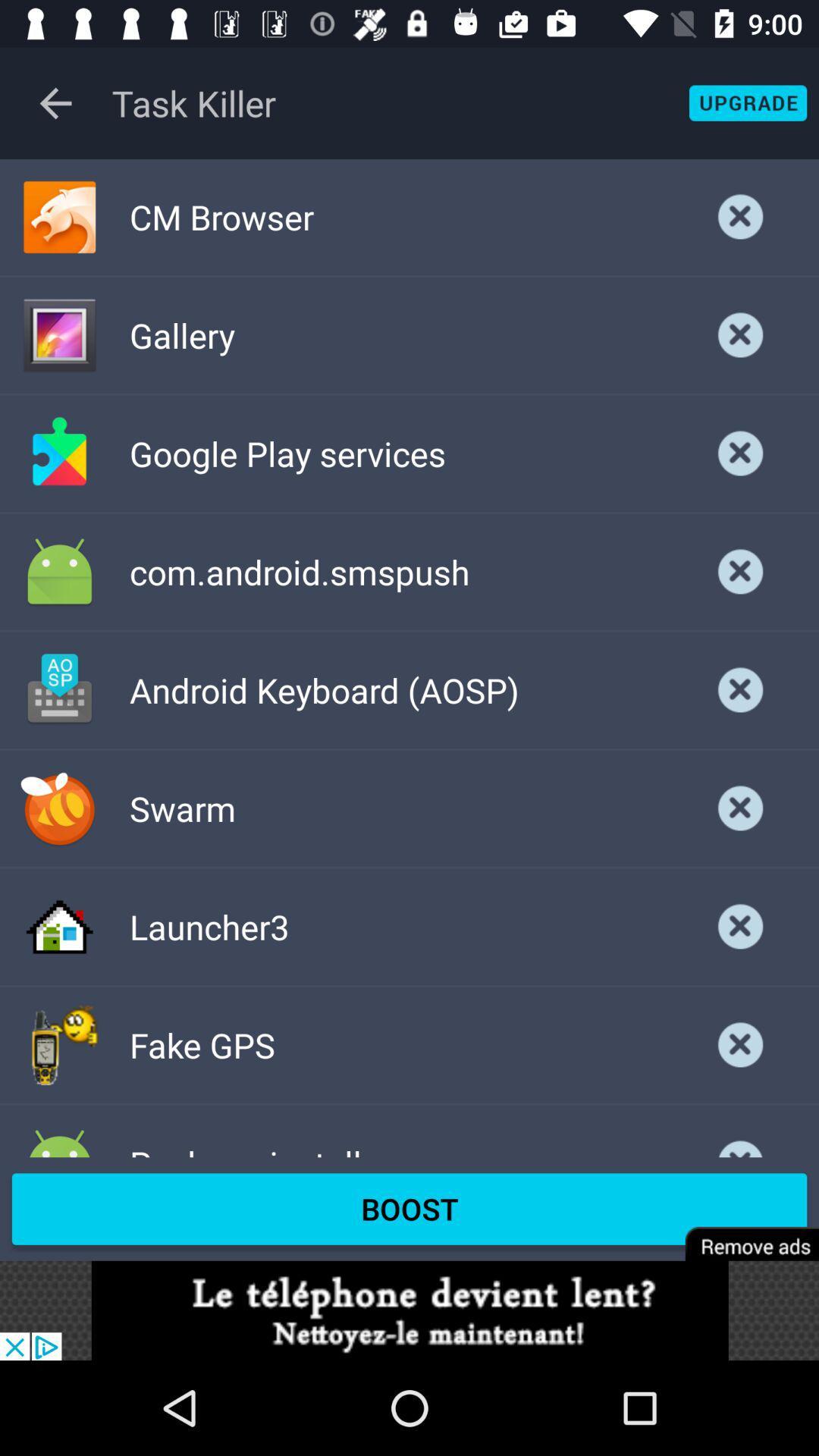 This screenshot has height=1456, width=819. I want to click on button, so click(740, 808).